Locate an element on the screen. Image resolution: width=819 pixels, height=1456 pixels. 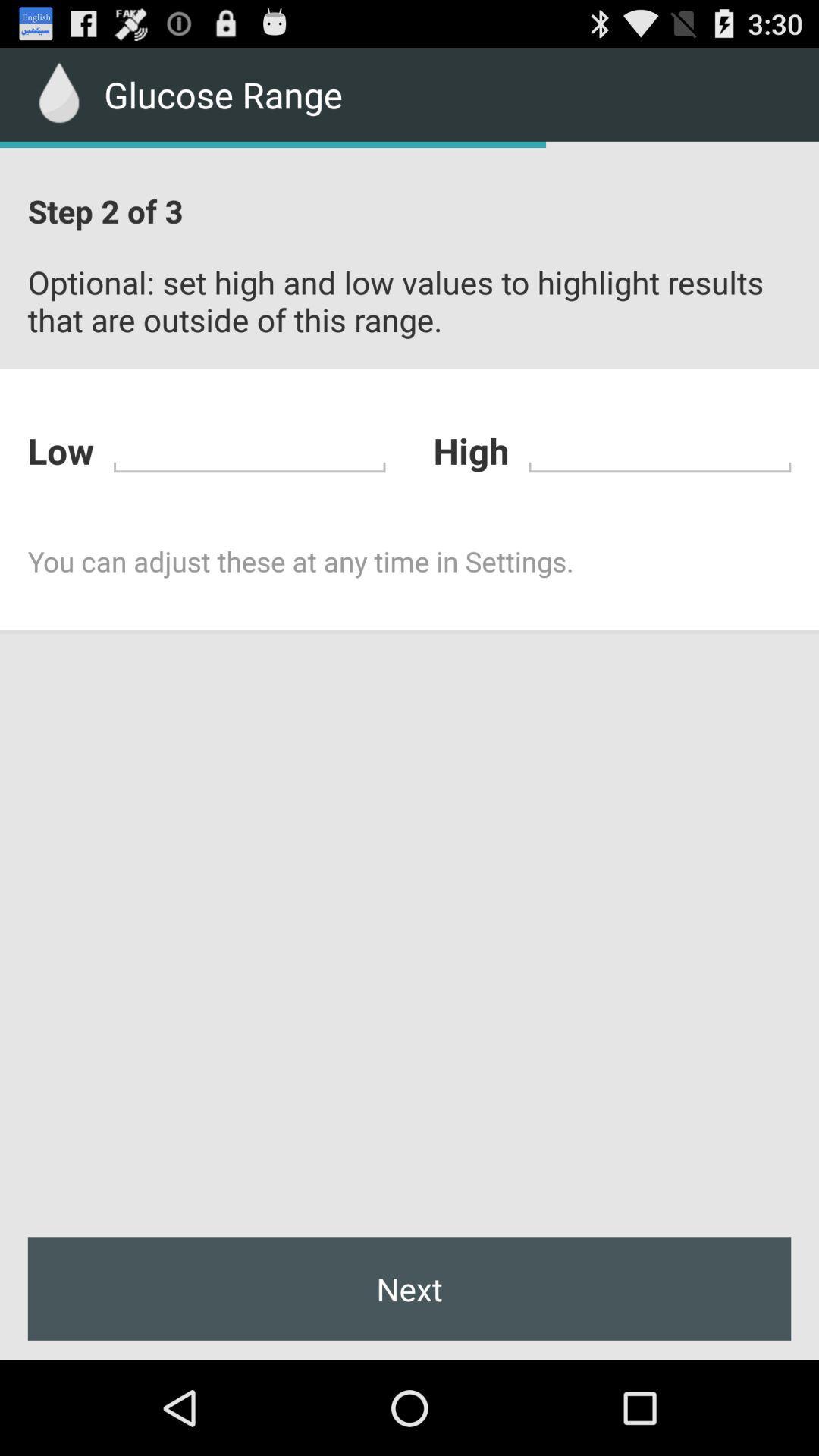
low value is located at coordinates (249, 447).